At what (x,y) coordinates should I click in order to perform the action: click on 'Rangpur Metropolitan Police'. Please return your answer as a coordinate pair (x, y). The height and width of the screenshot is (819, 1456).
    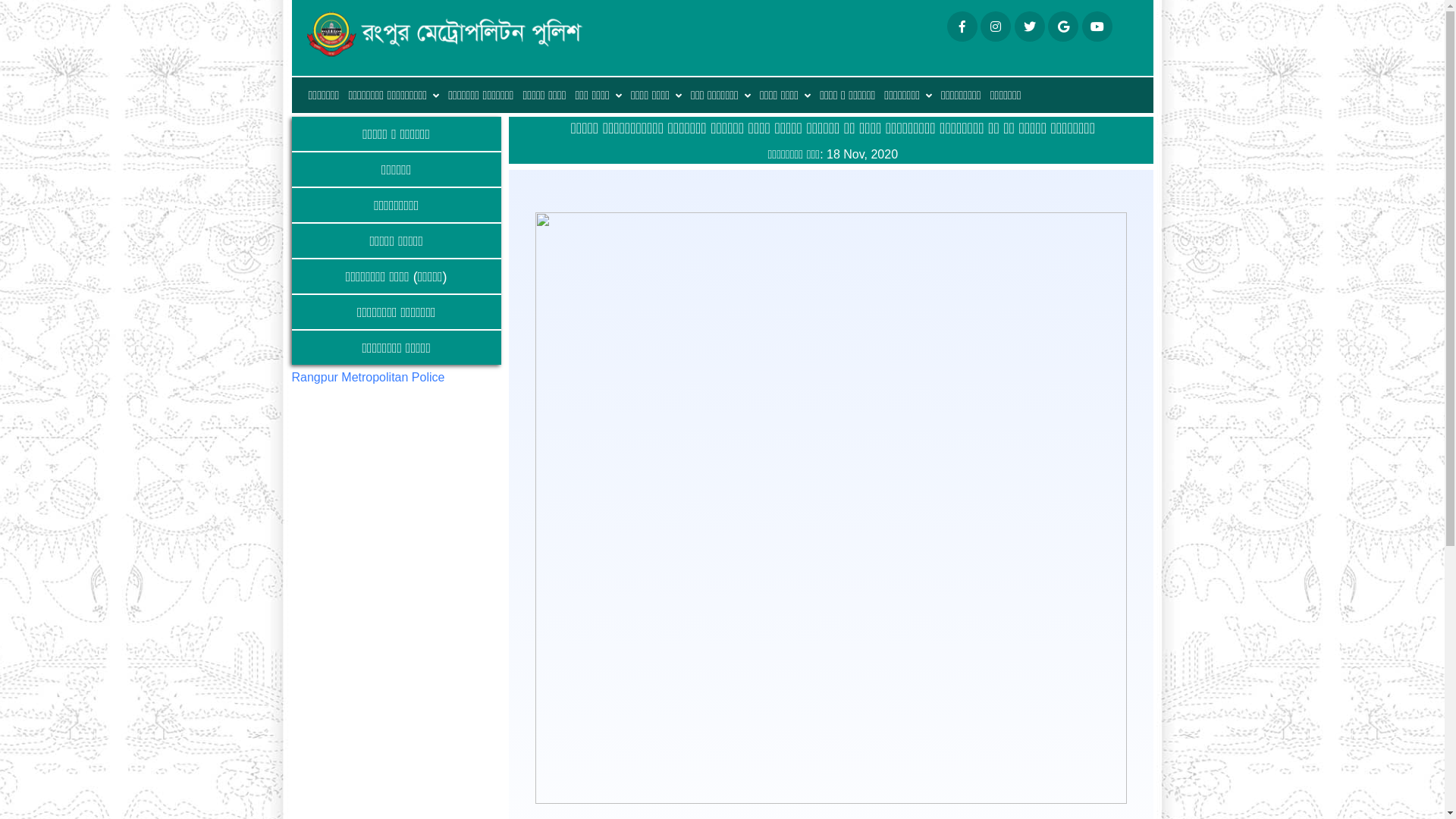
    Looking at the image, I should click on (367, 376).